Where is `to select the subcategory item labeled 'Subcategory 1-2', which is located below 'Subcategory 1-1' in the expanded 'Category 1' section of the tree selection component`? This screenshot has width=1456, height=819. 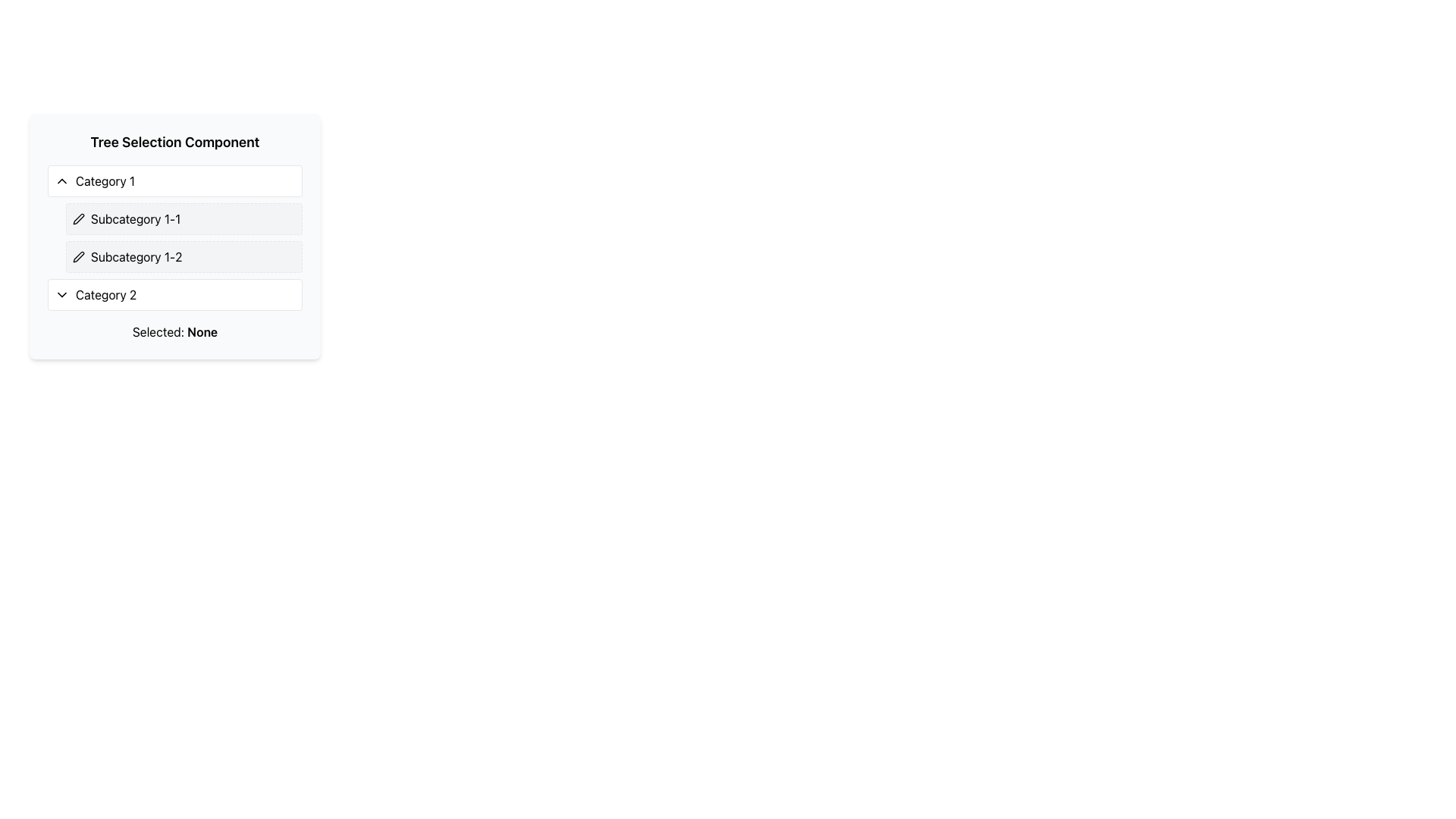
to select the subcategory item labeled 'Subcategory 1-2', which is located below 'Subcategory 1-1' in the expanded 'Category 1' section of the tree selection component is located at coordinates (184, 256).